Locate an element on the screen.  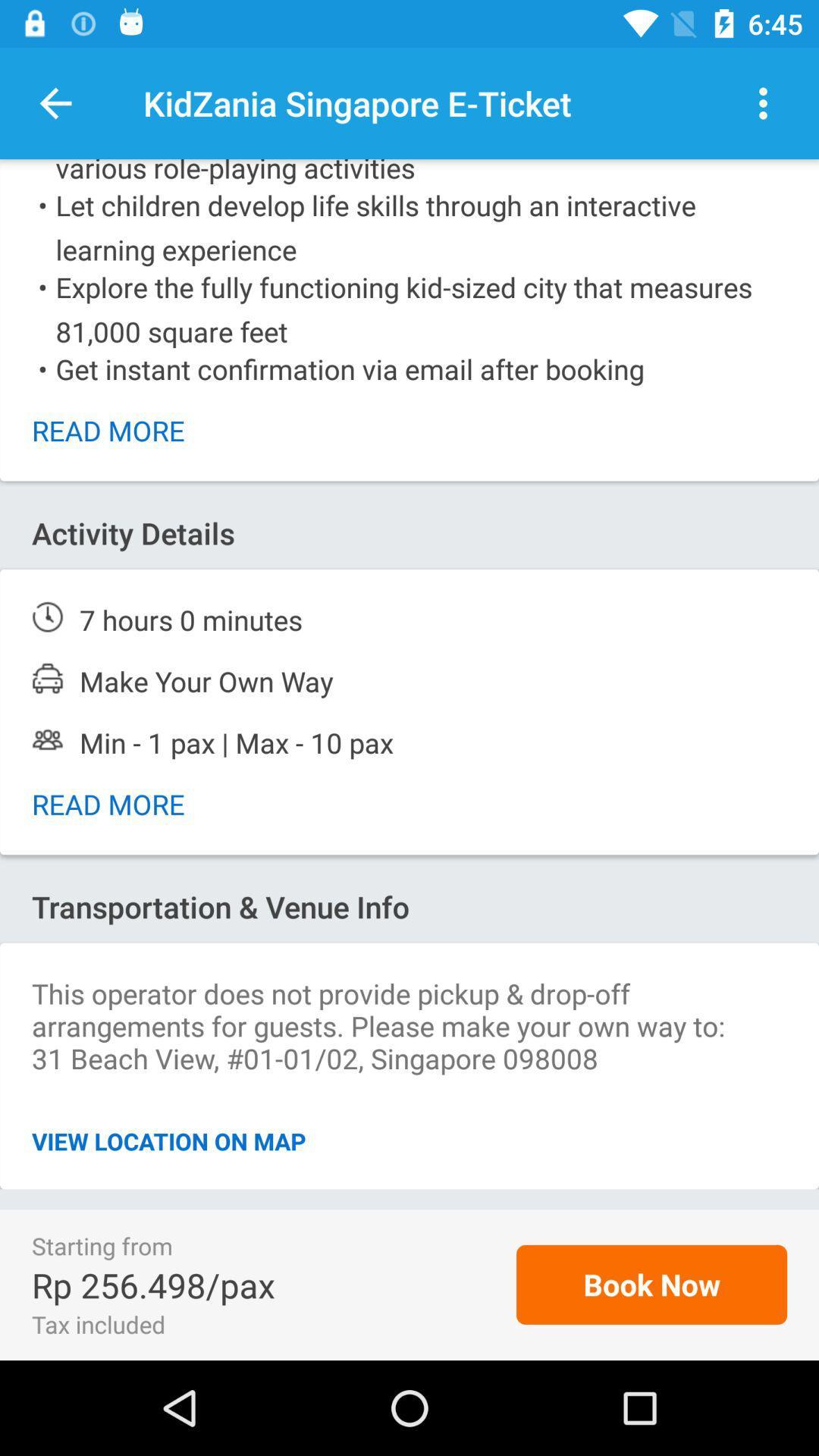
peoples detail is located at coordinates (409, 742).